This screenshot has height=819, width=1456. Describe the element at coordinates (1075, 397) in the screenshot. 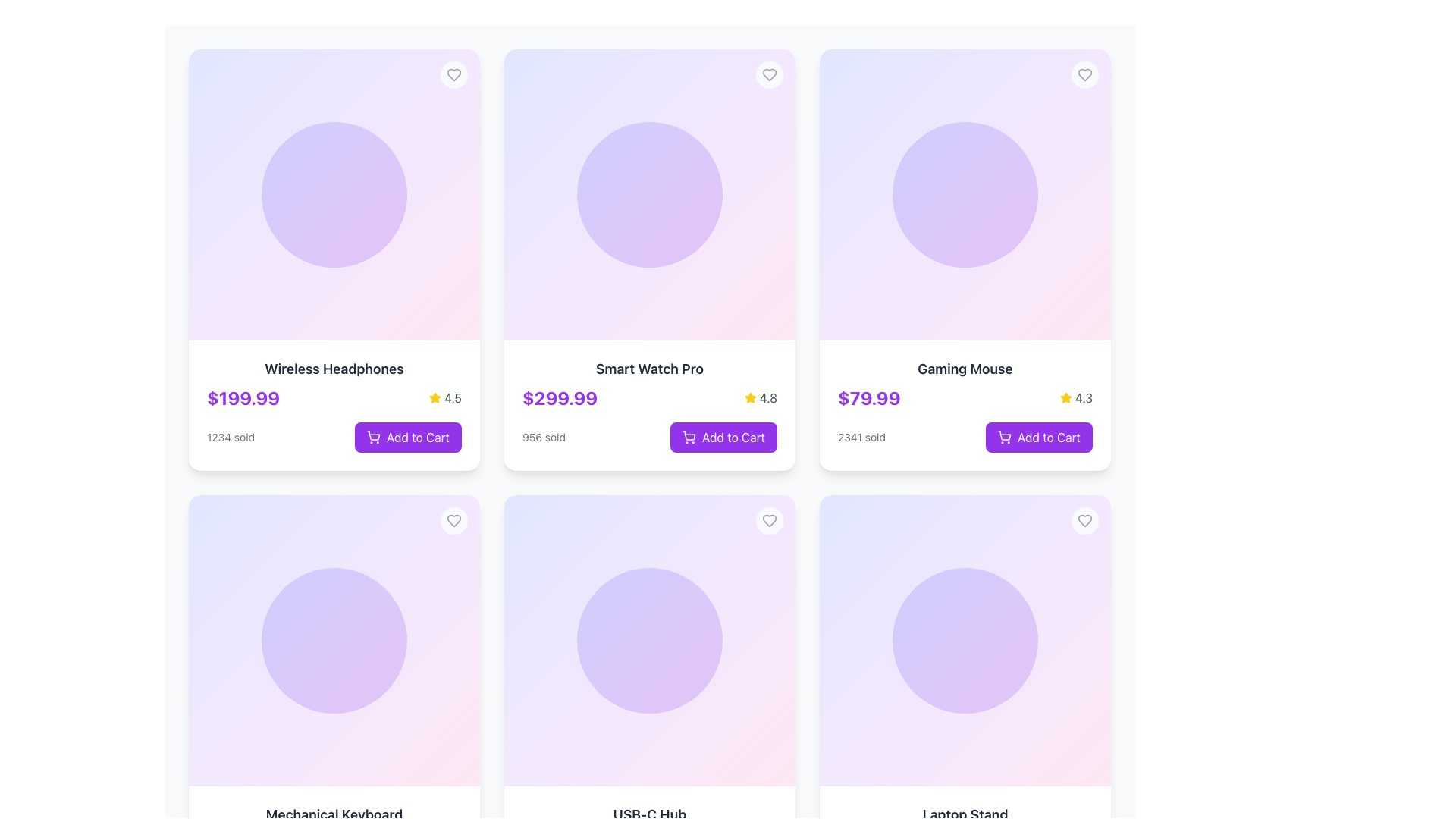

I see `the rating element of the 'Gaming Mouse' card, which consists of a star icon and the rating value '4.3', located in the top-right corner of the card` at that location.